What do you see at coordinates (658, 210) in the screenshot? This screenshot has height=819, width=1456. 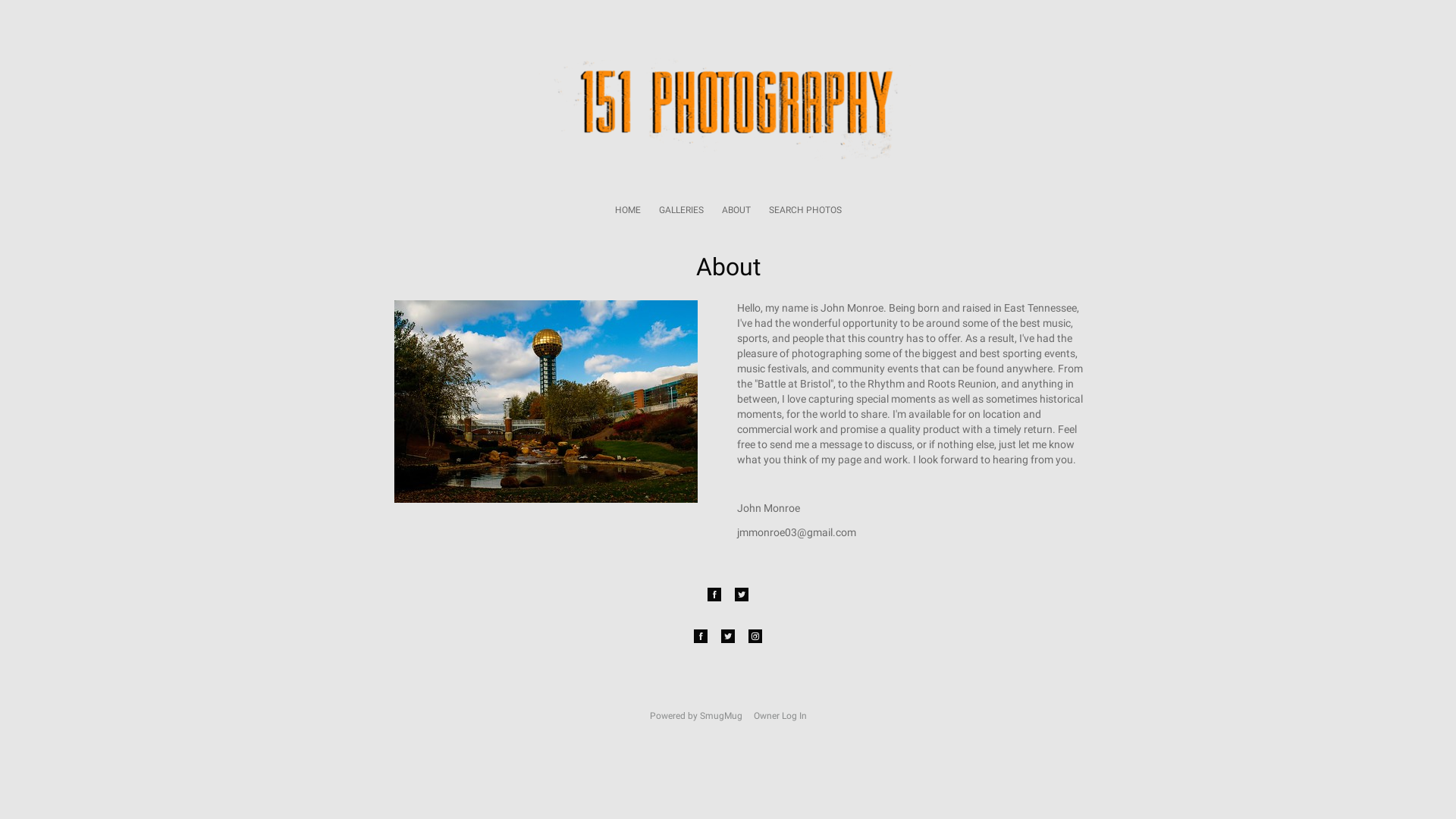 I see `'GALLERIES'` at bounding box center [658, 210].